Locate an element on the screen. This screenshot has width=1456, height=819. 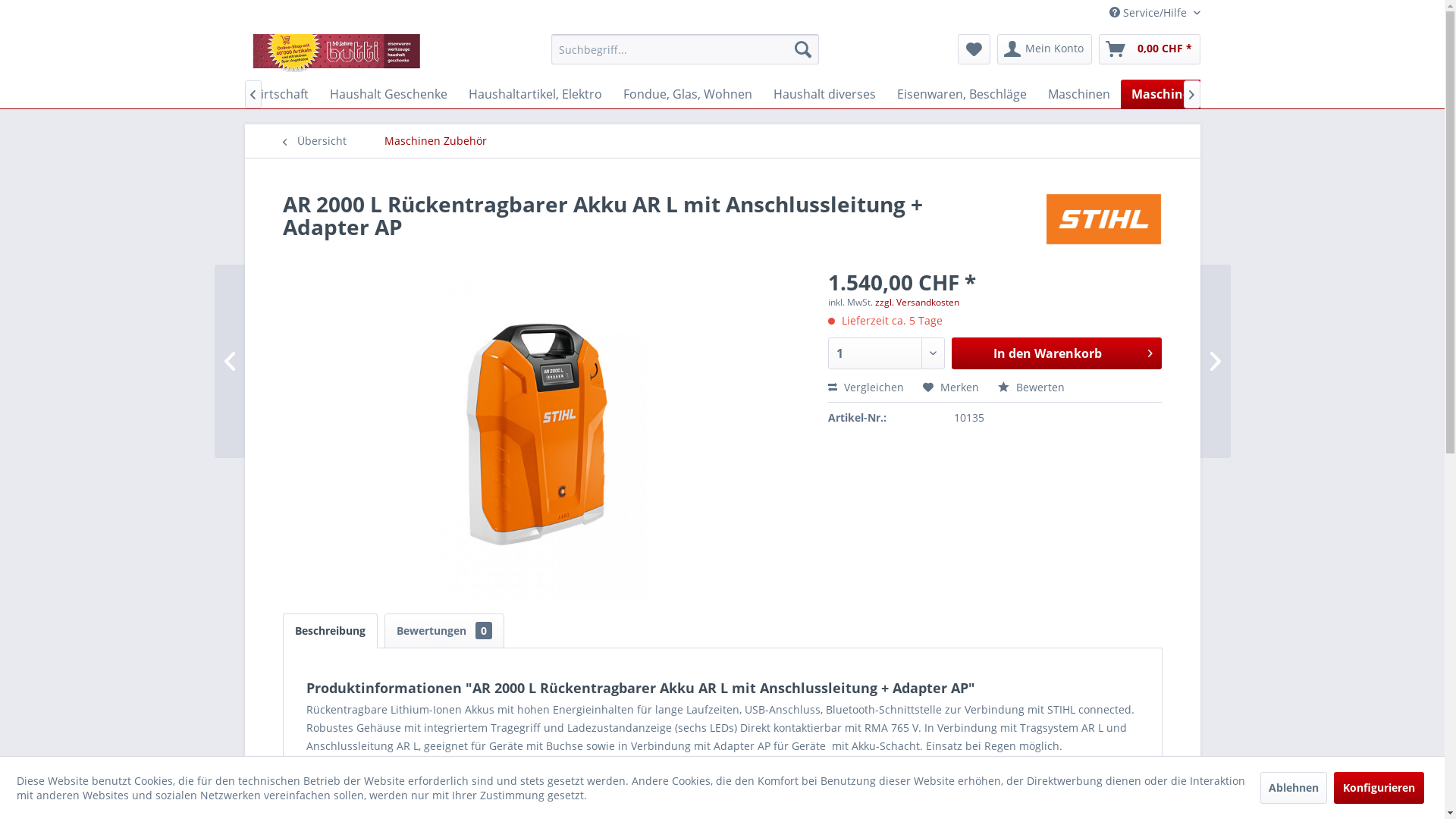
'Haushalt diverses' is located at coordinates (824, 93).